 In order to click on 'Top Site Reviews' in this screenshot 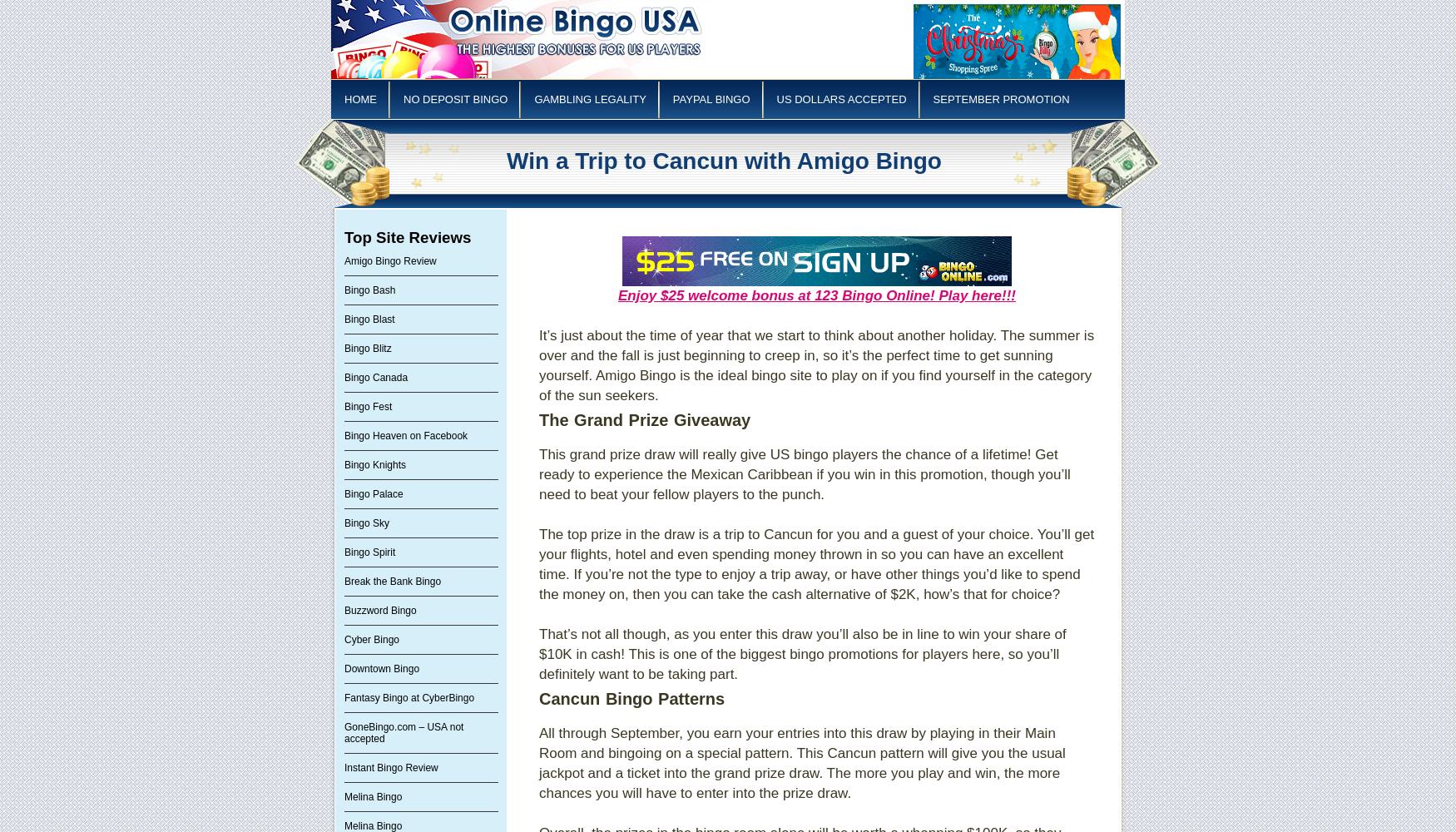, I will do `click(344, 237)`.